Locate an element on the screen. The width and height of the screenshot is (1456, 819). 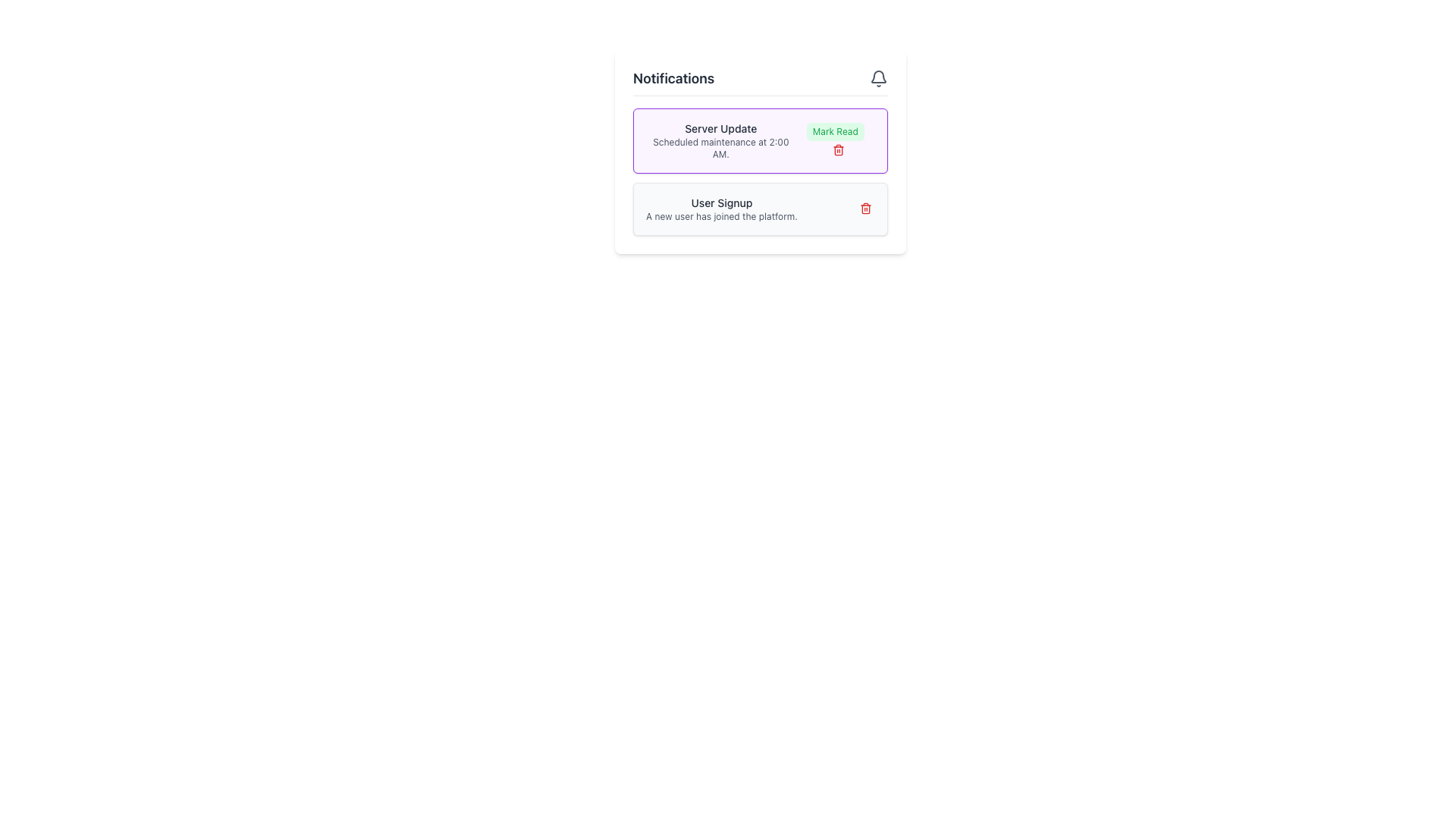
the delete icon button located at the top right corner of the 'Server Update' notification is located at coordinates (837, 151).